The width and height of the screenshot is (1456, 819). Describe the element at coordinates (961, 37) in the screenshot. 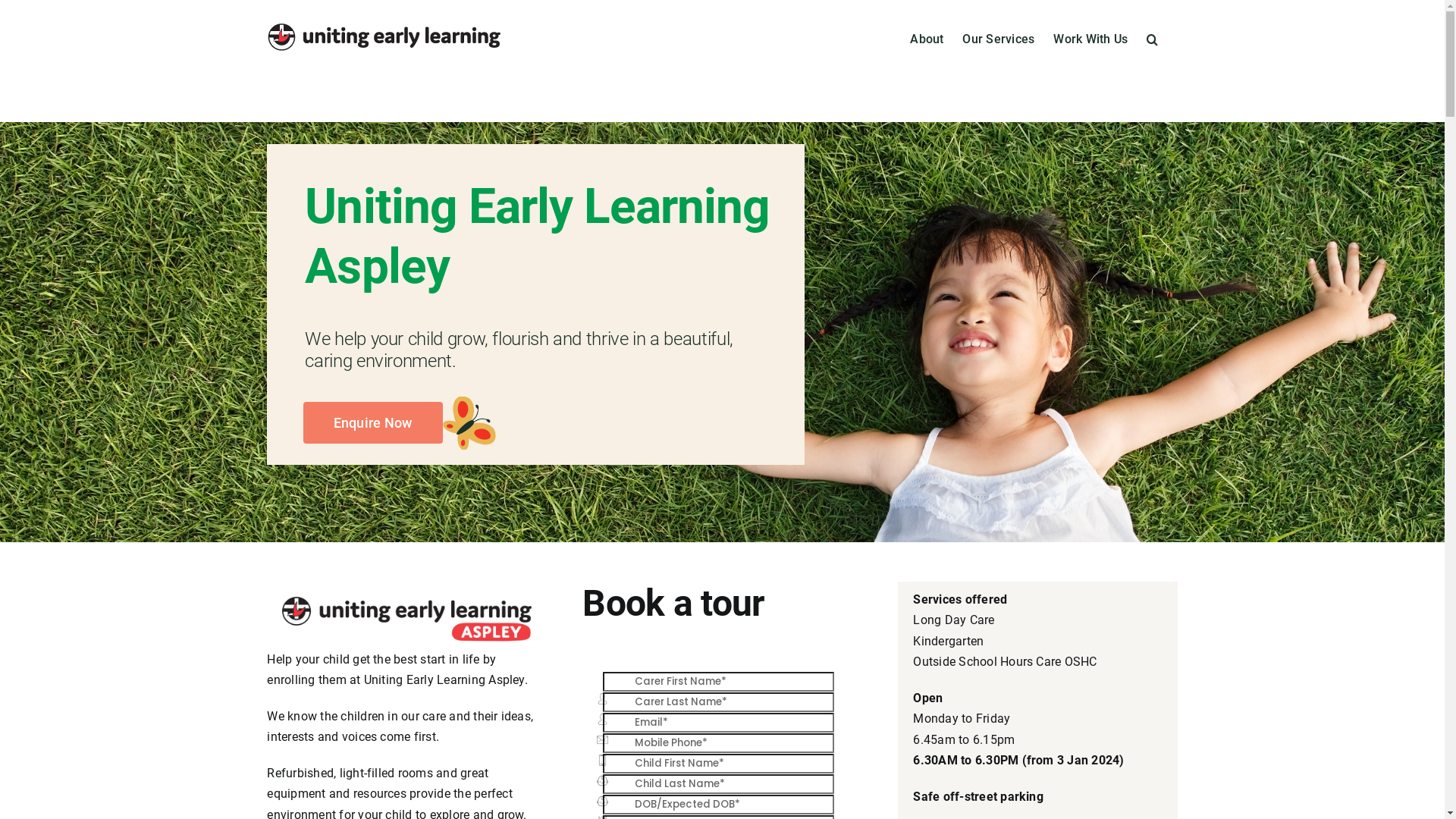

I see `'Our Services'` at that location.